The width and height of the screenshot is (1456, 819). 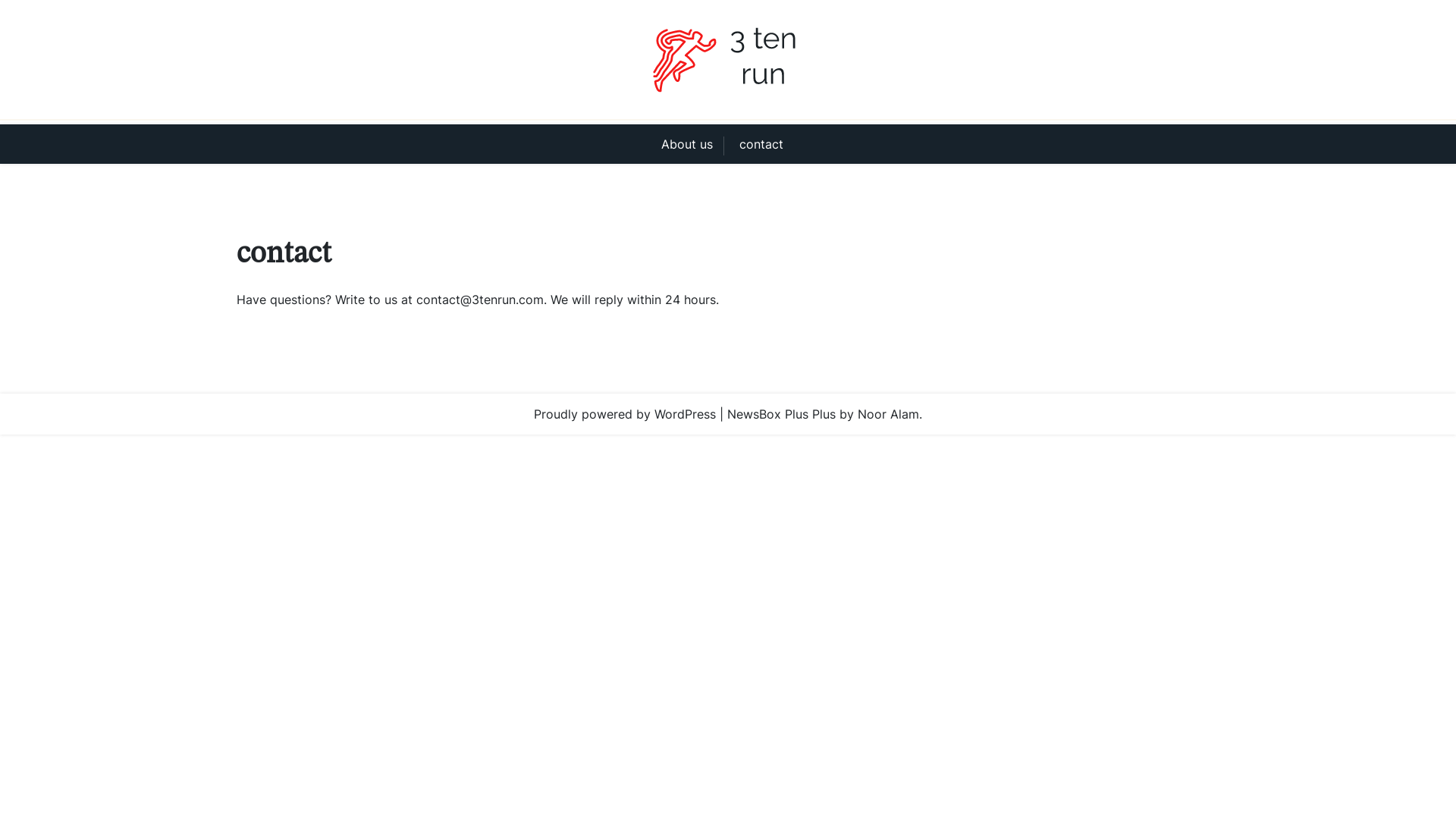 I want to click on 'NewsBox Plus Plus', so click(x=781, y=414).